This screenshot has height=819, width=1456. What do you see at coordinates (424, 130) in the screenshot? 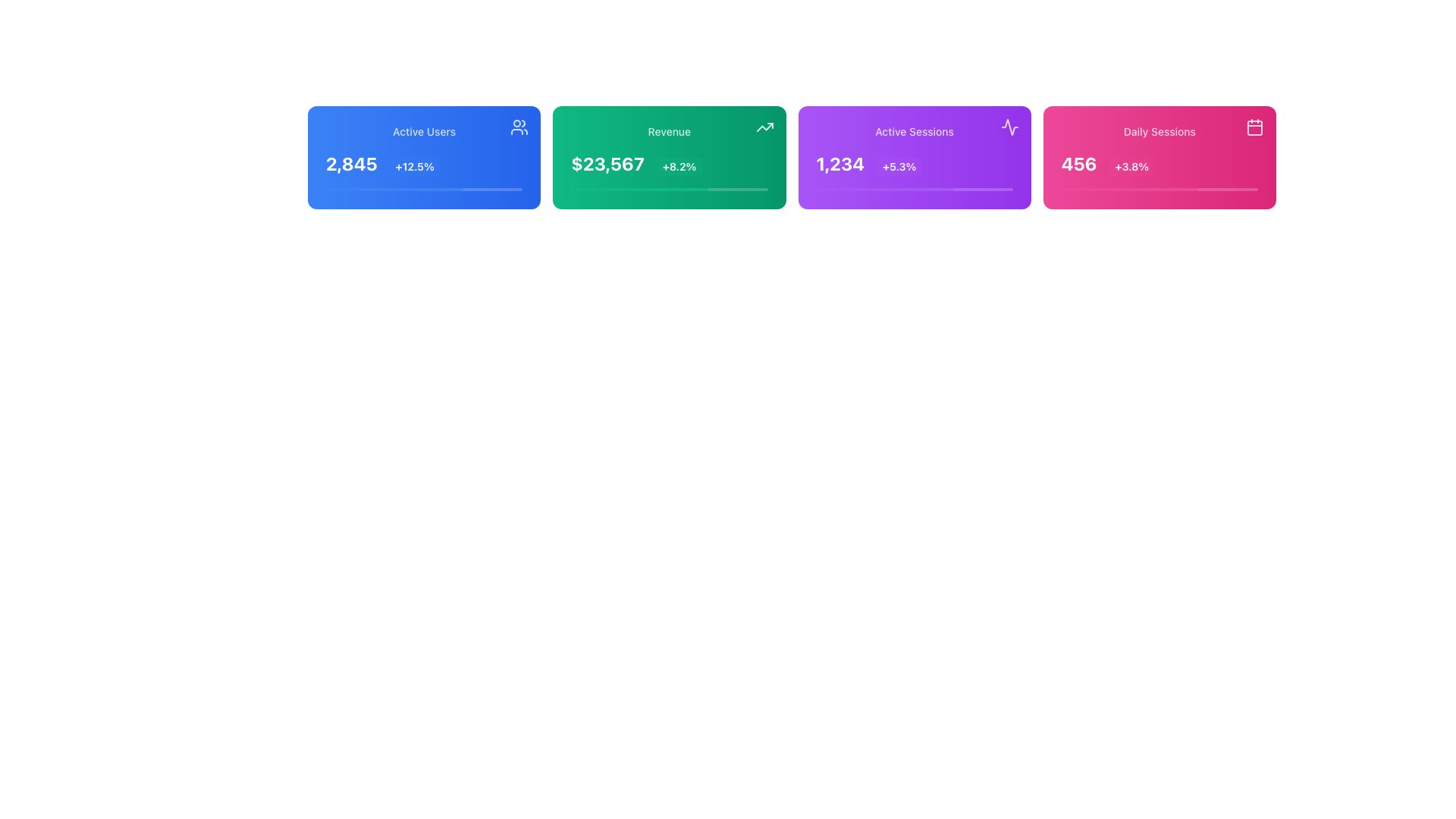
I see `the 'Active Users' label, which is a medium-weight, small-sized text label with an opaque white color on a blue card background, positioned at the top section of the card` at bounding box center [424, 130].